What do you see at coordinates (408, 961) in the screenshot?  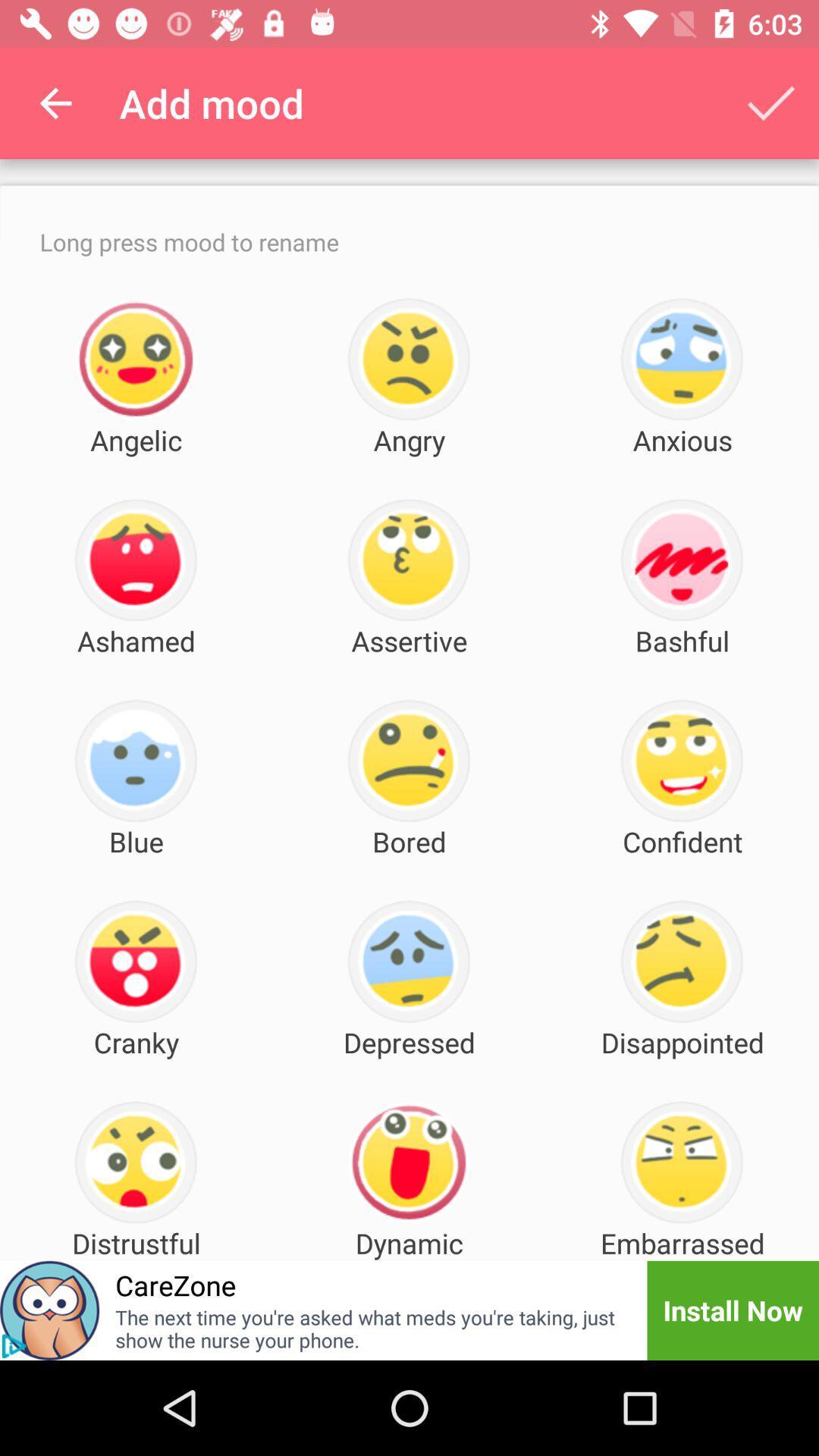 I see `the icon which is just above the depressed` at bounding box center [408, 961].